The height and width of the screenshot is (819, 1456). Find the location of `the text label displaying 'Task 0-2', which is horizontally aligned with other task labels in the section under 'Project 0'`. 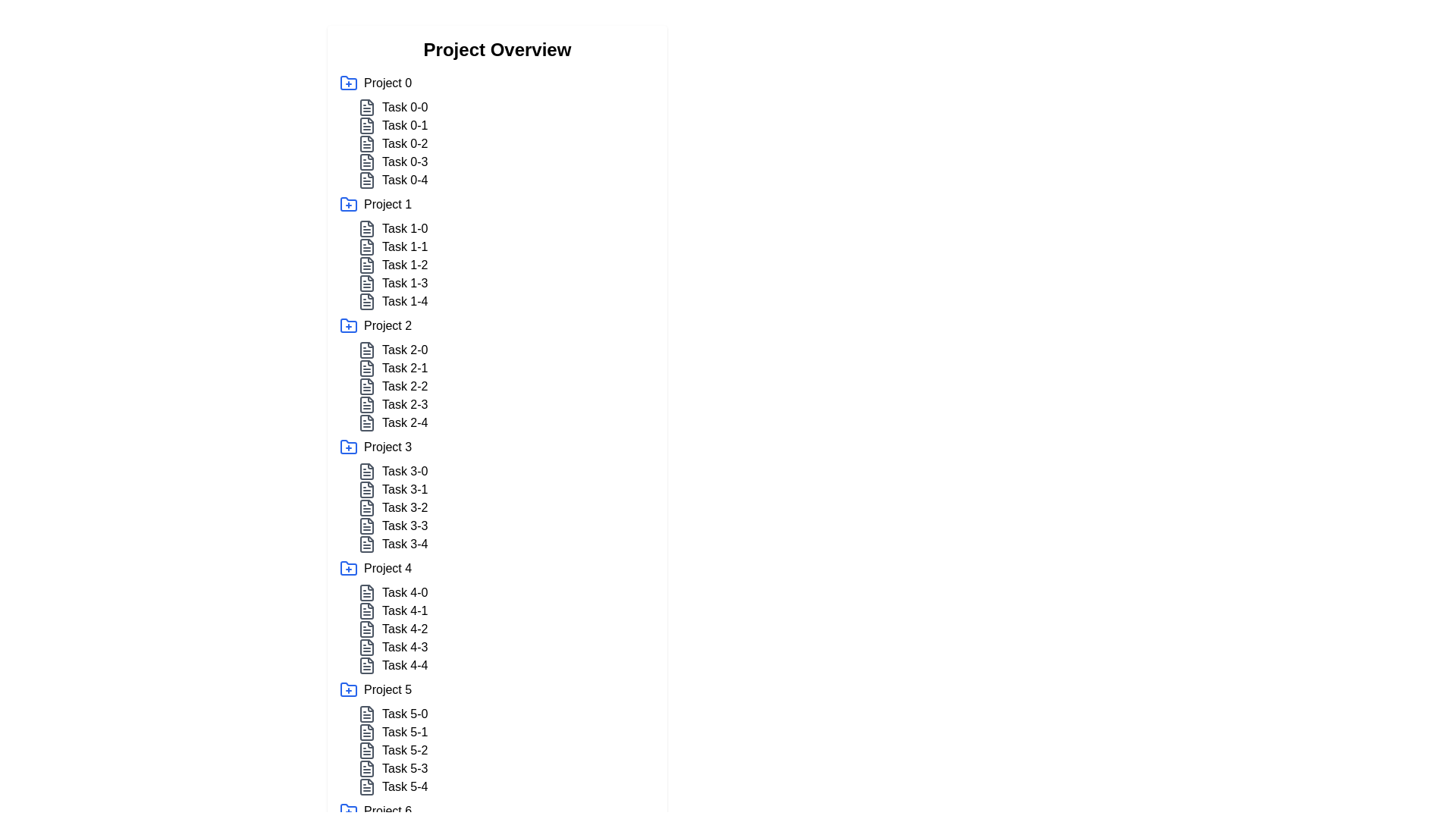

the text label displaying 'Task 0-2', which is horizontally aligned with other task labels in the section under 'Project 0' is located at coordinates (405, 143).